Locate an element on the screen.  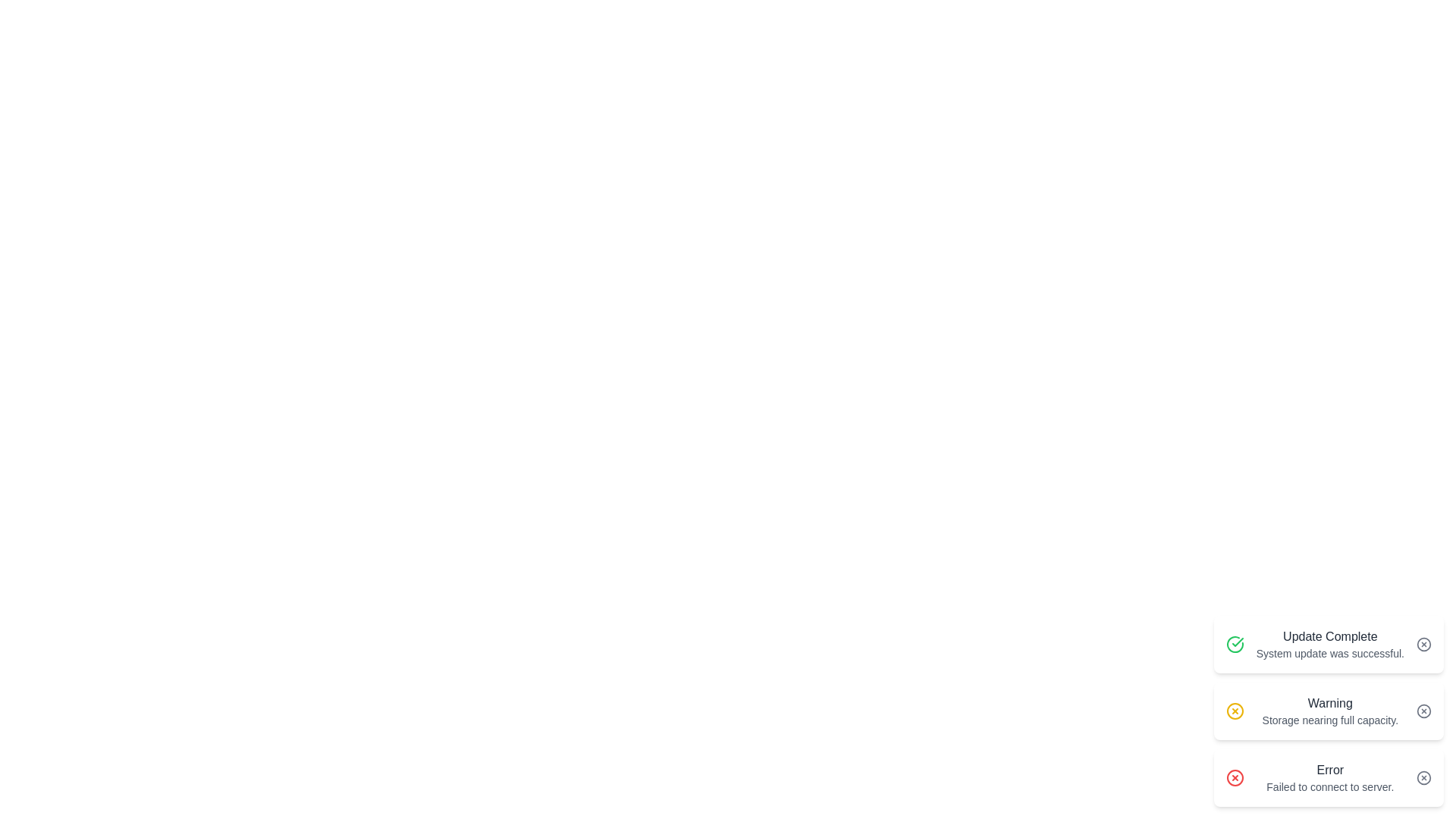
the error icon in the notification card labeled 'Error' which indicates an issue with the text 'Failed to connect to server.' is located at coordinates (1235, 778).